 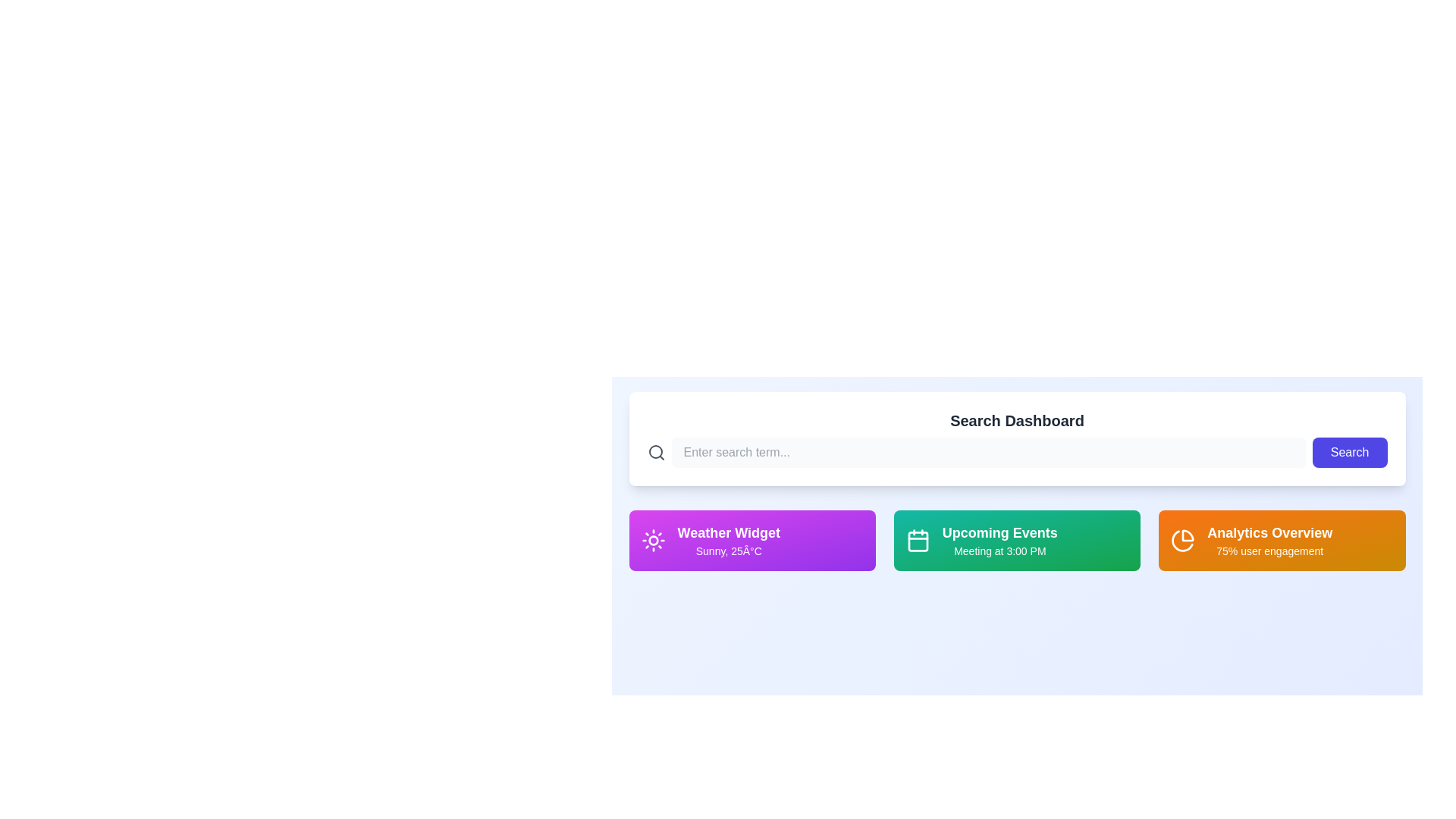 What do you see at coordinates (656, 452) in the screenshot?
I see `the modern magnifying glass icon located on the left side inside the search bar section in the middle of the page` at bounding box center [656, 452].